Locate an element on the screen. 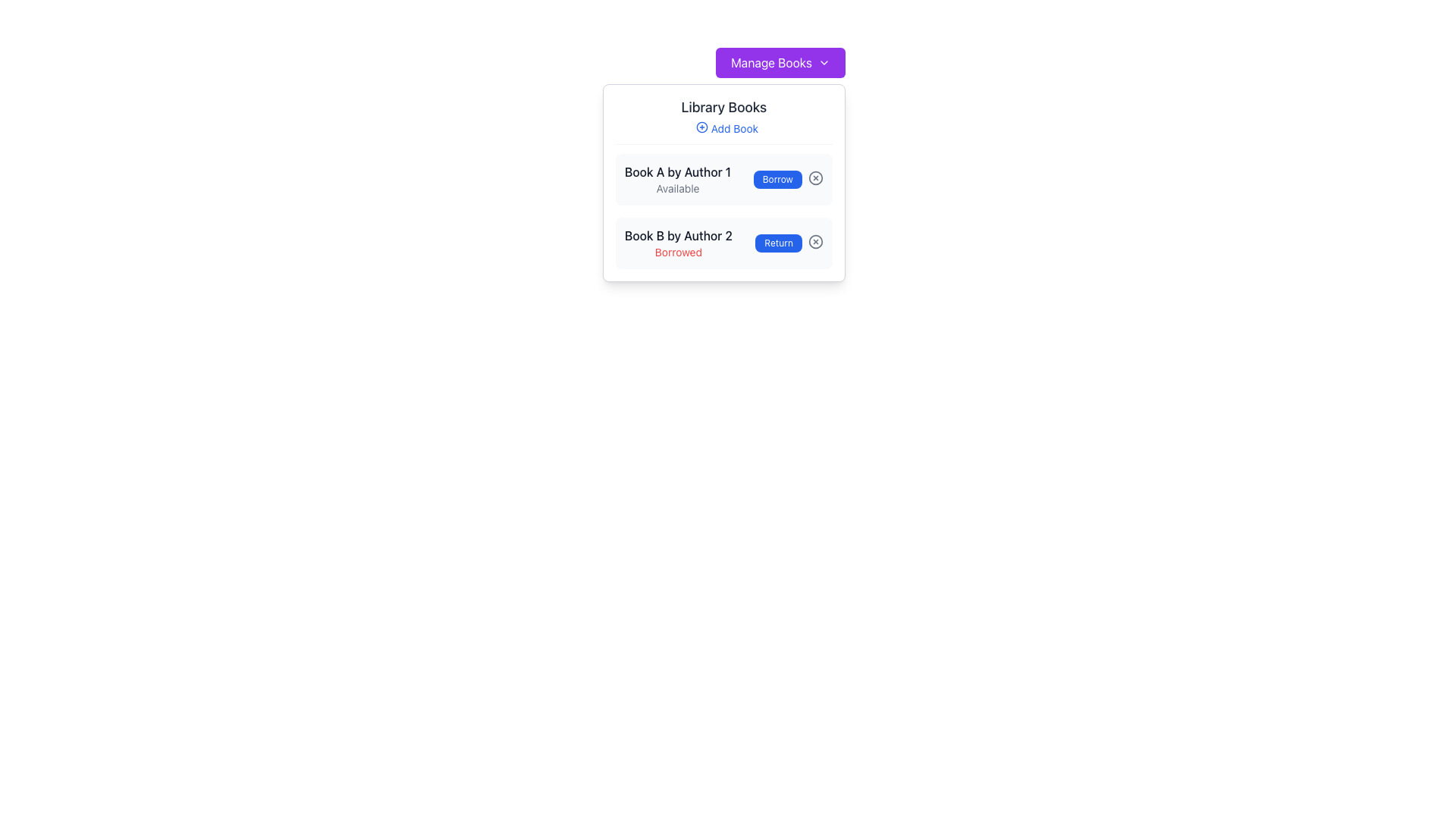 The image size is (1456, 819). the Close or Cancel icon located to the right of the 'Return' button in the 'Book B by Author 2' section is located at coordinates (814, 241).